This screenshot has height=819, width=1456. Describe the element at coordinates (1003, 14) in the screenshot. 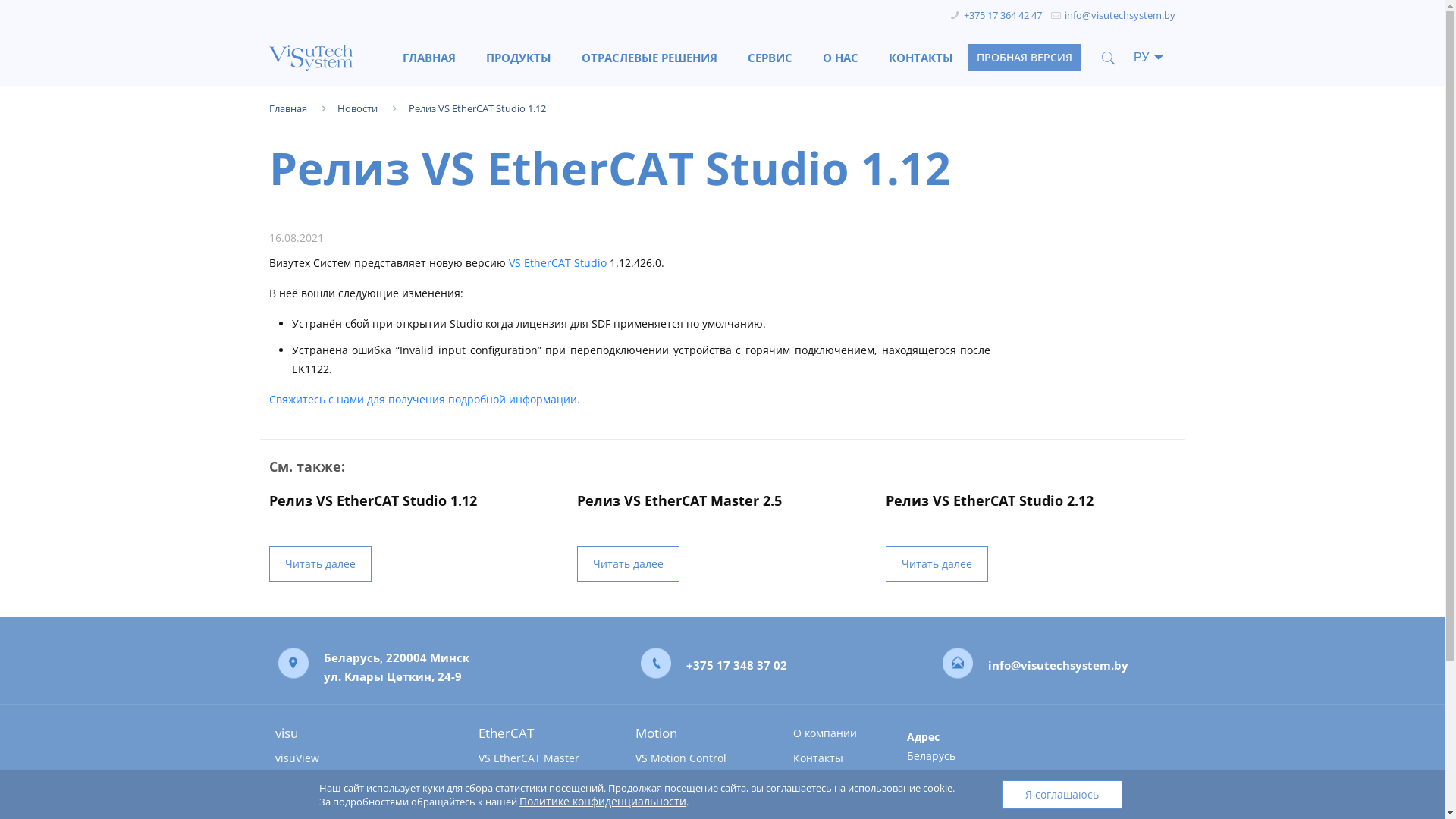

I see `'+375 17 364 42 47'` at that location.